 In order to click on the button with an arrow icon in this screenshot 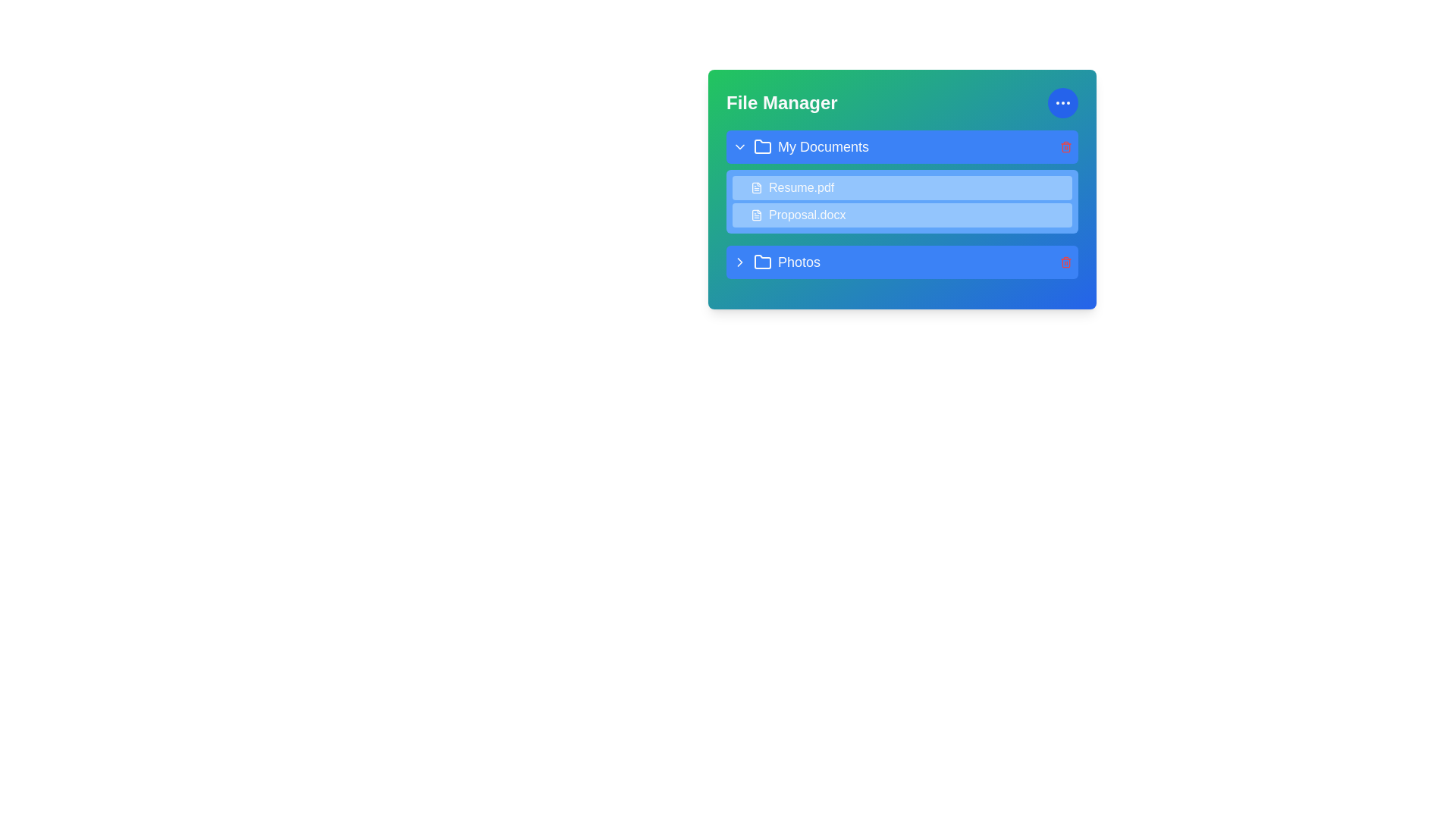, I will do `click(739, 262)`.